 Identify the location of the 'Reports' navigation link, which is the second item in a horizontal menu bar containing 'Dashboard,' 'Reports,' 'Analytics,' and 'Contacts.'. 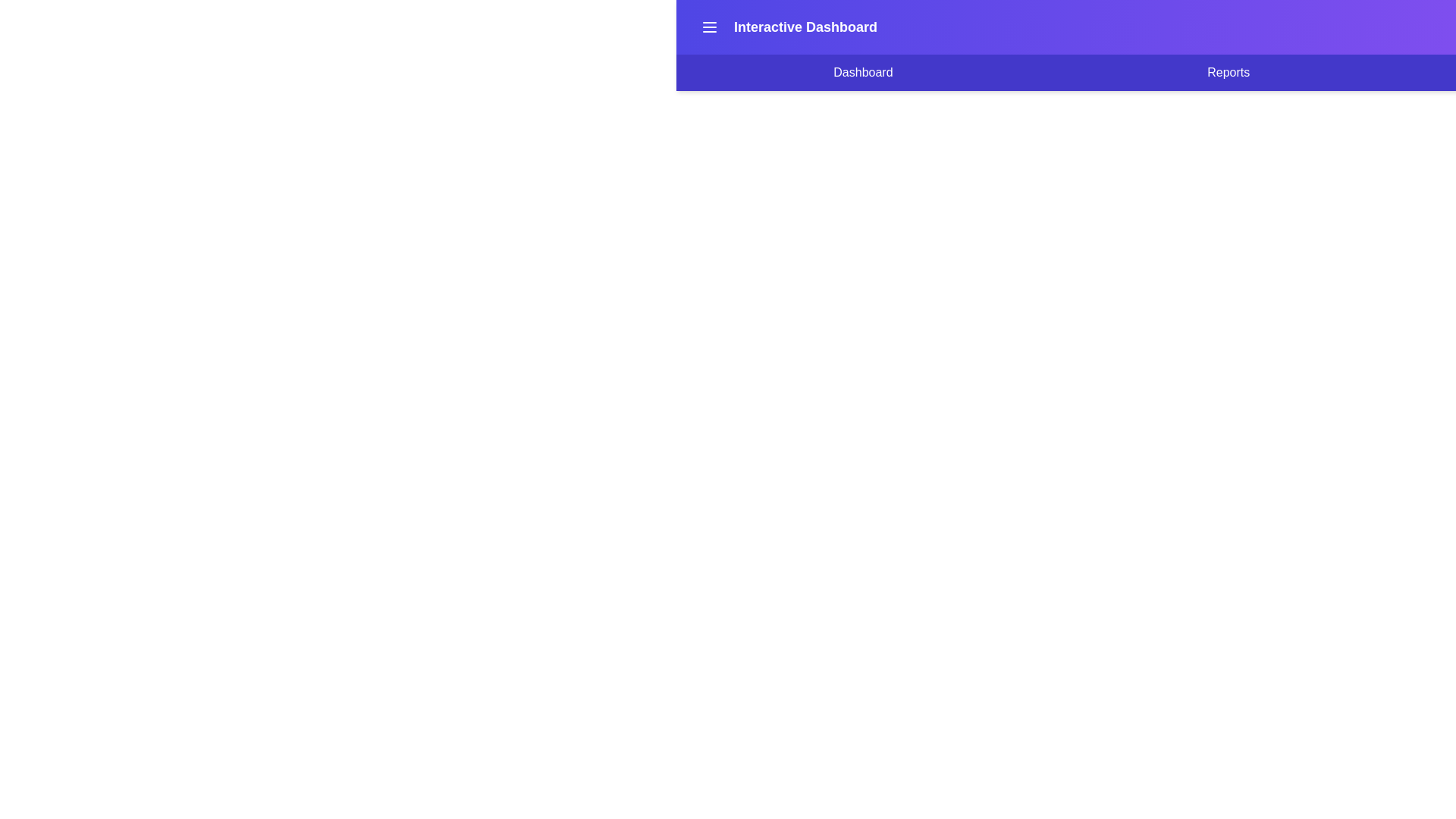
(1228, 73).